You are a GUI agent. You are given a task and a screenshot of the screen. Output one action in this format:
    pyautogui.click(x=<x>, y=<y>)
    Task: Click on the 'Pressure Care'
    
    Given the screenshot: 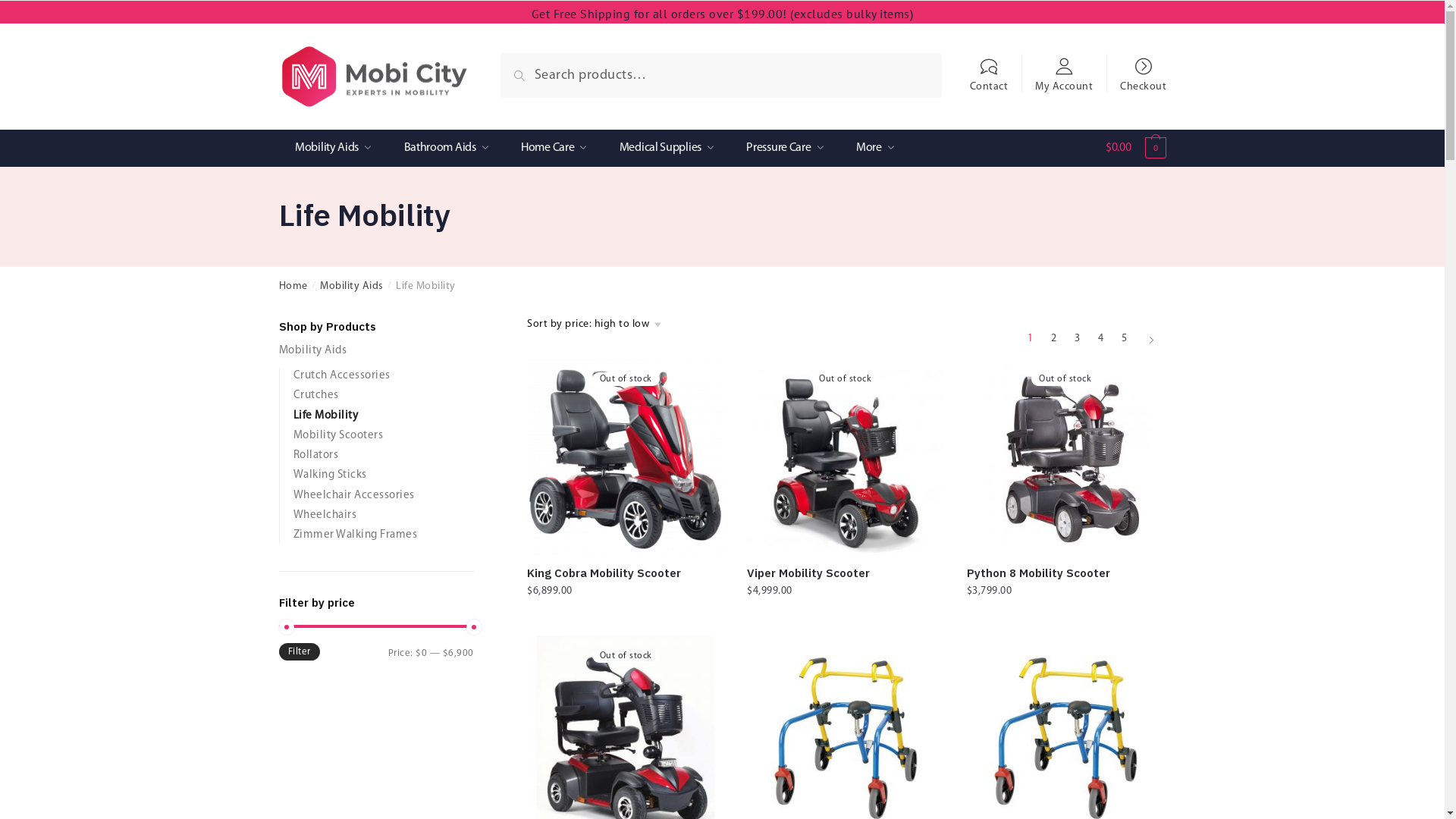 What is the action you would take?
    pyautogui.click(x=785, y=148)
    